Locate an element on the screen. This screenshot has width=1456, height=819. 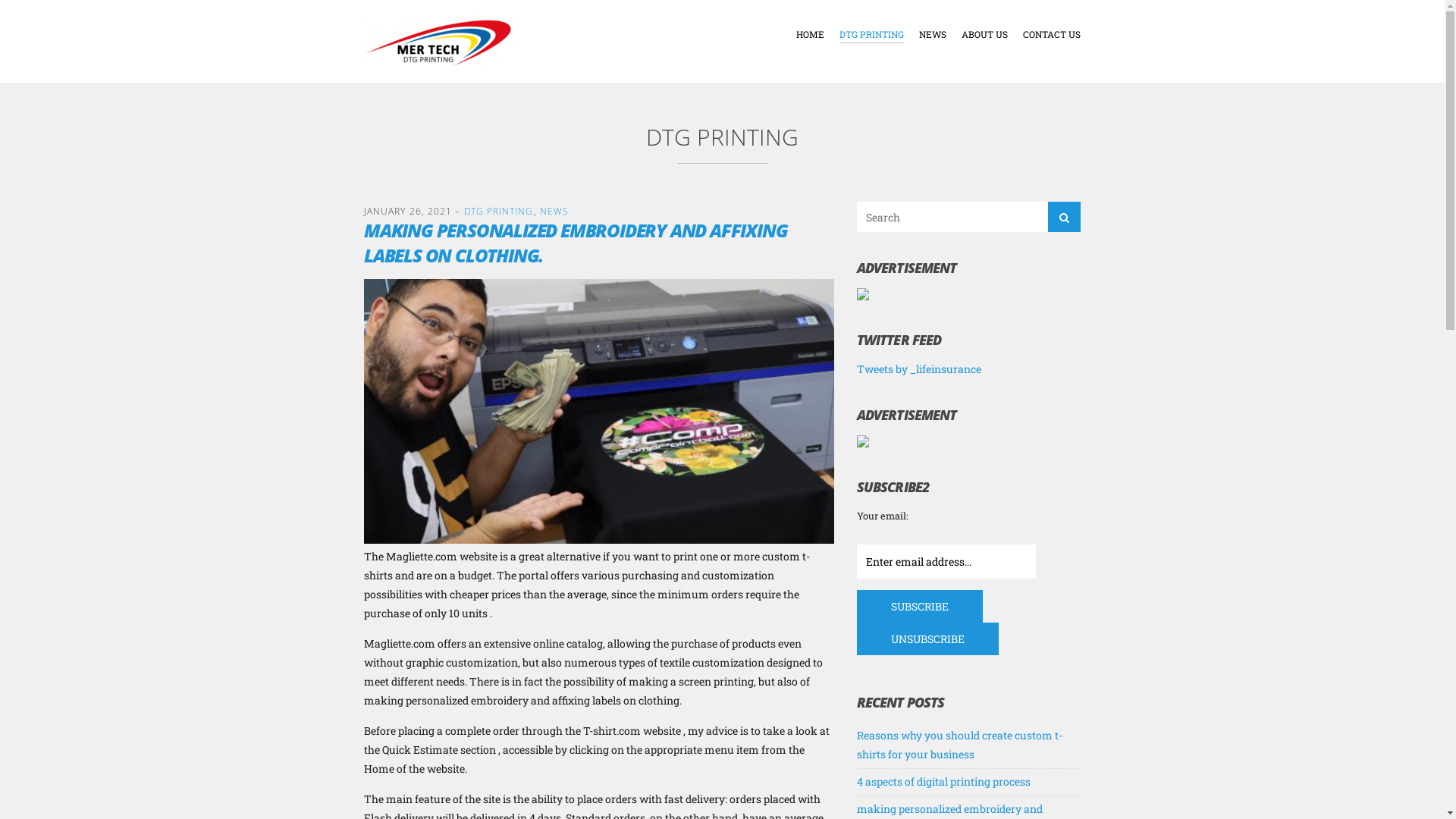
'Tweets by _lifeinsurance' is located at coordinates (856, 369).